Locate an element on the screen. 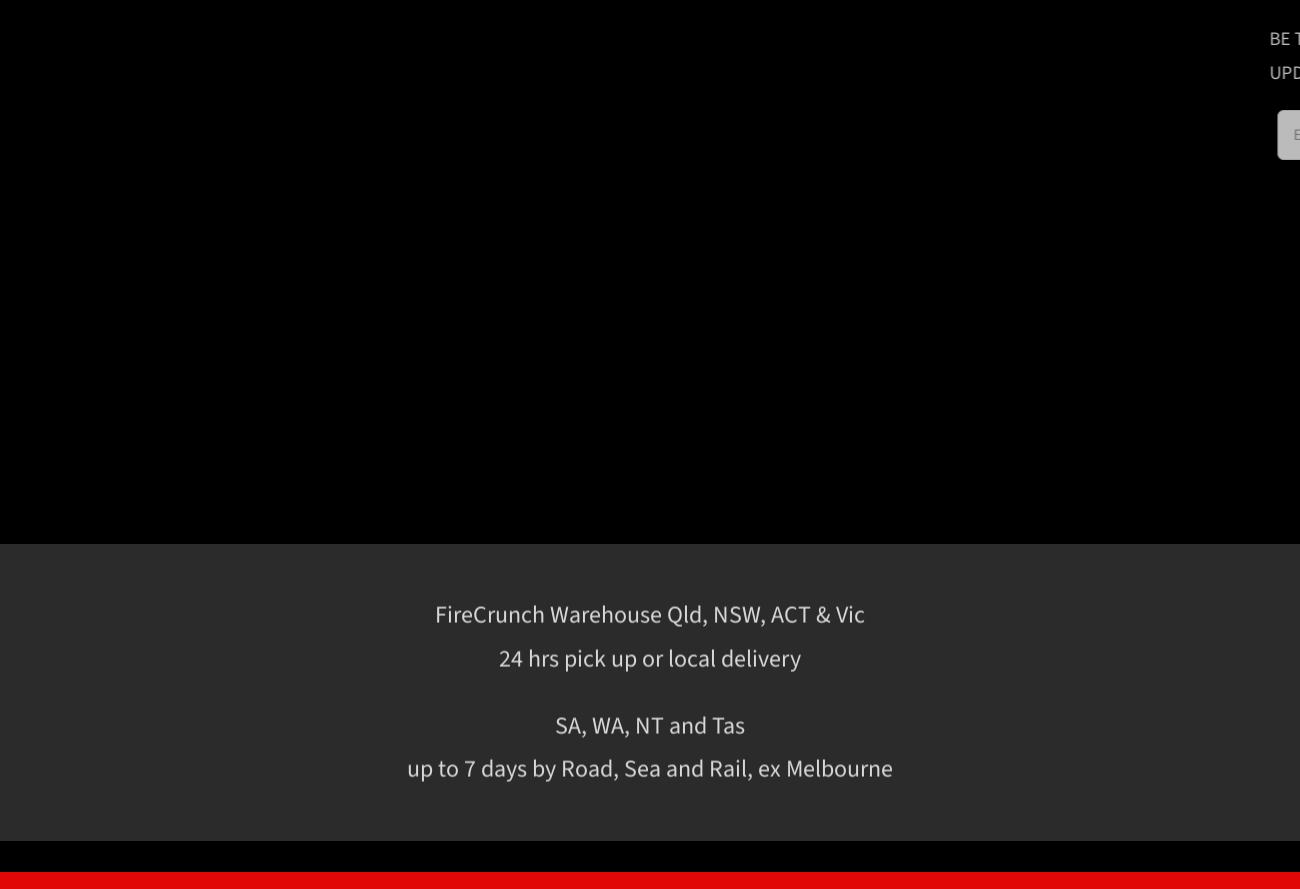 The width and height of the screenshot is (1300, 889). 'Archify Product Sourcing' is located at coordinates (1080, 780).